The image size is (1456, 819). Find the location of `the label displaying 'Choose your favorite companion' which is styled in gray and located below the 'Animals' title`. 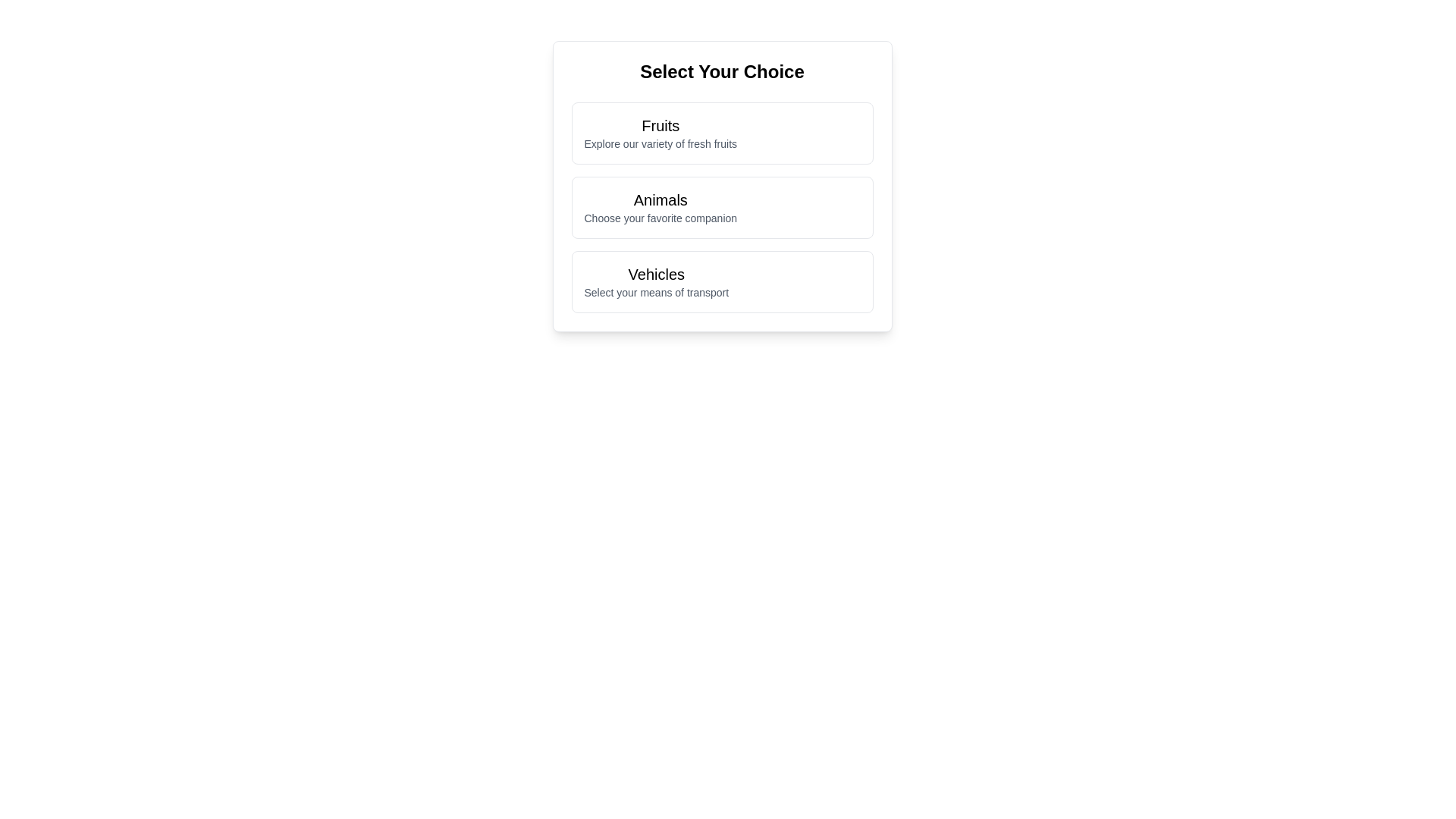

the label displaying 'Choose your favorite companion' which is styled in gray and located below the 'Animals' title is located at coordinates (661, 218).